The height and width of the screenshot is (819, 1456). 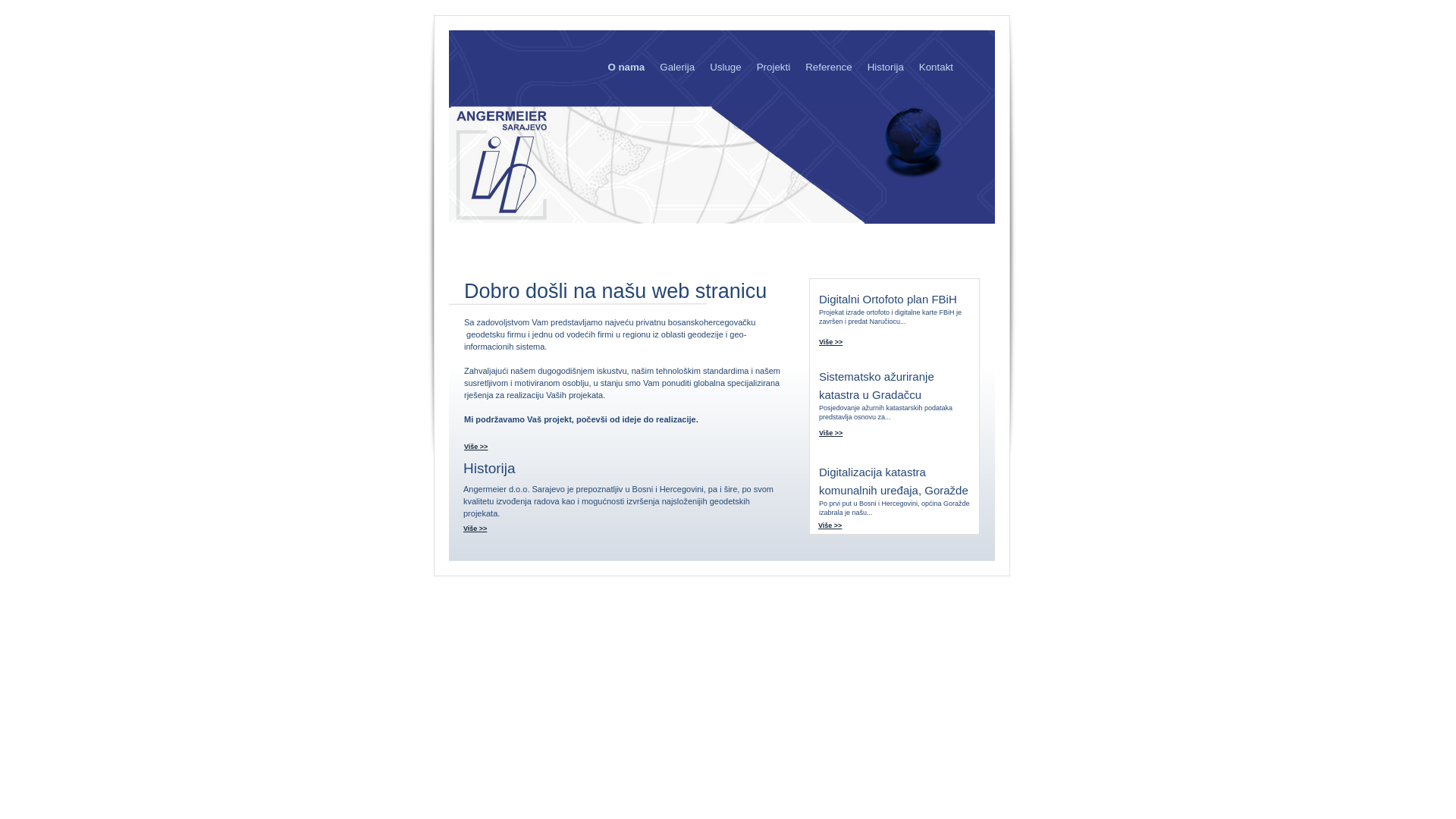 I want to click on 'Usluge', so click(x=724, y=66).